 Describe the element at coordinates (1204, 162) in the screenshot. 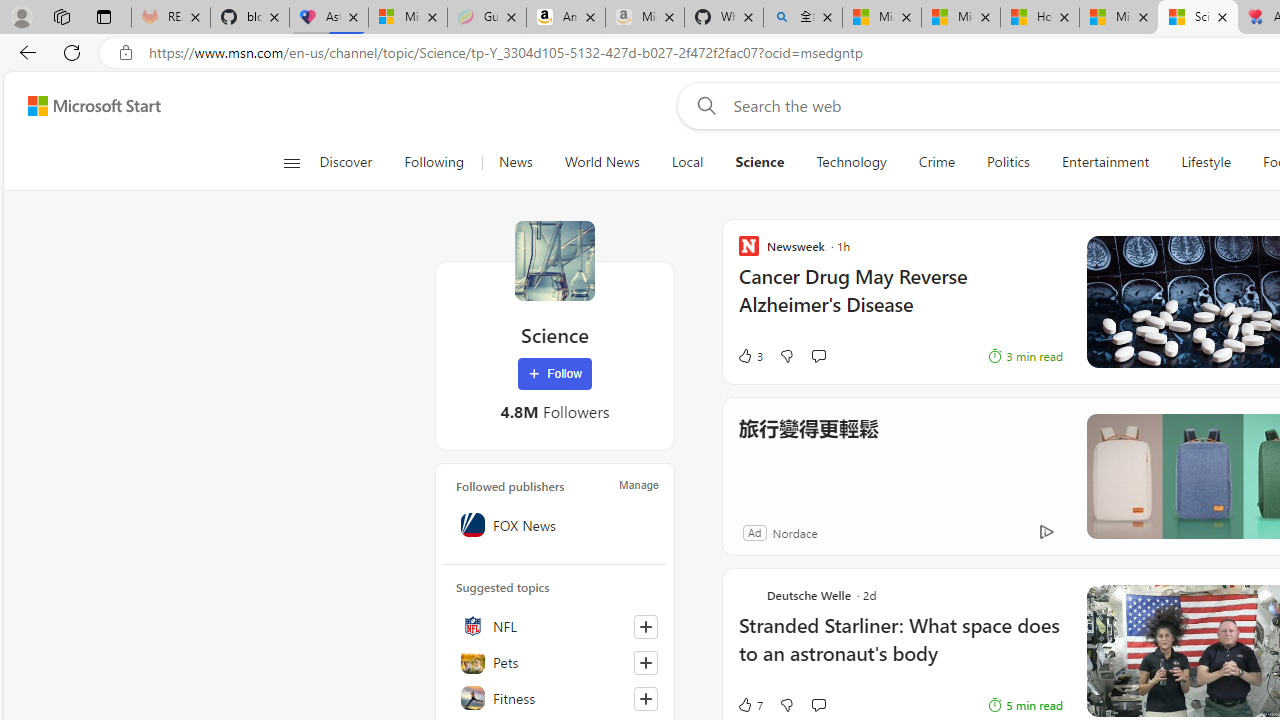

I see `'Lifestyle'` at that location.